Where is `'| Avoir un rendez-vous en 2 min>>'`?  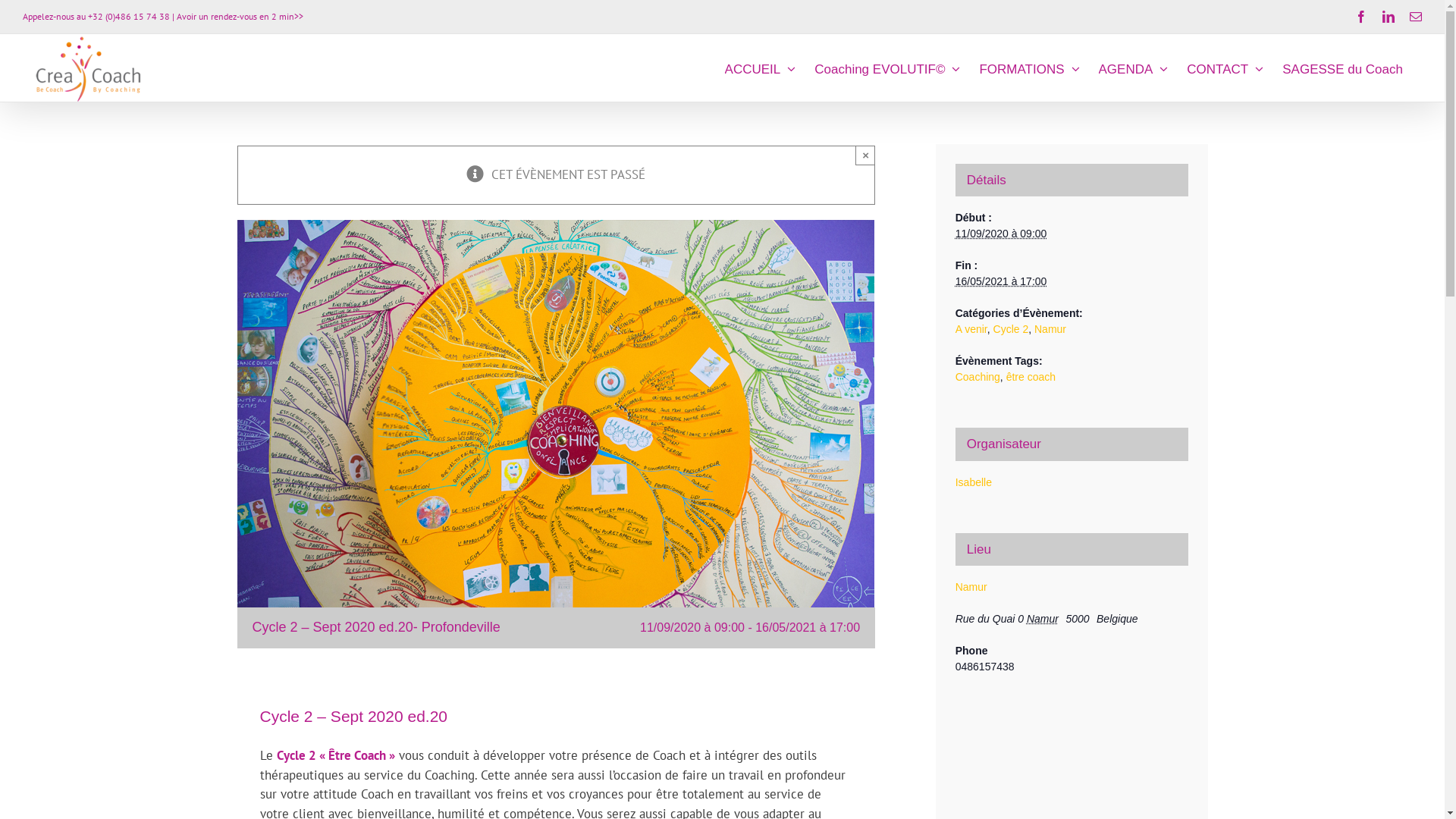
'| Avoir un rendez-vous en 2 min>>' is located at coordinates (171, 16).